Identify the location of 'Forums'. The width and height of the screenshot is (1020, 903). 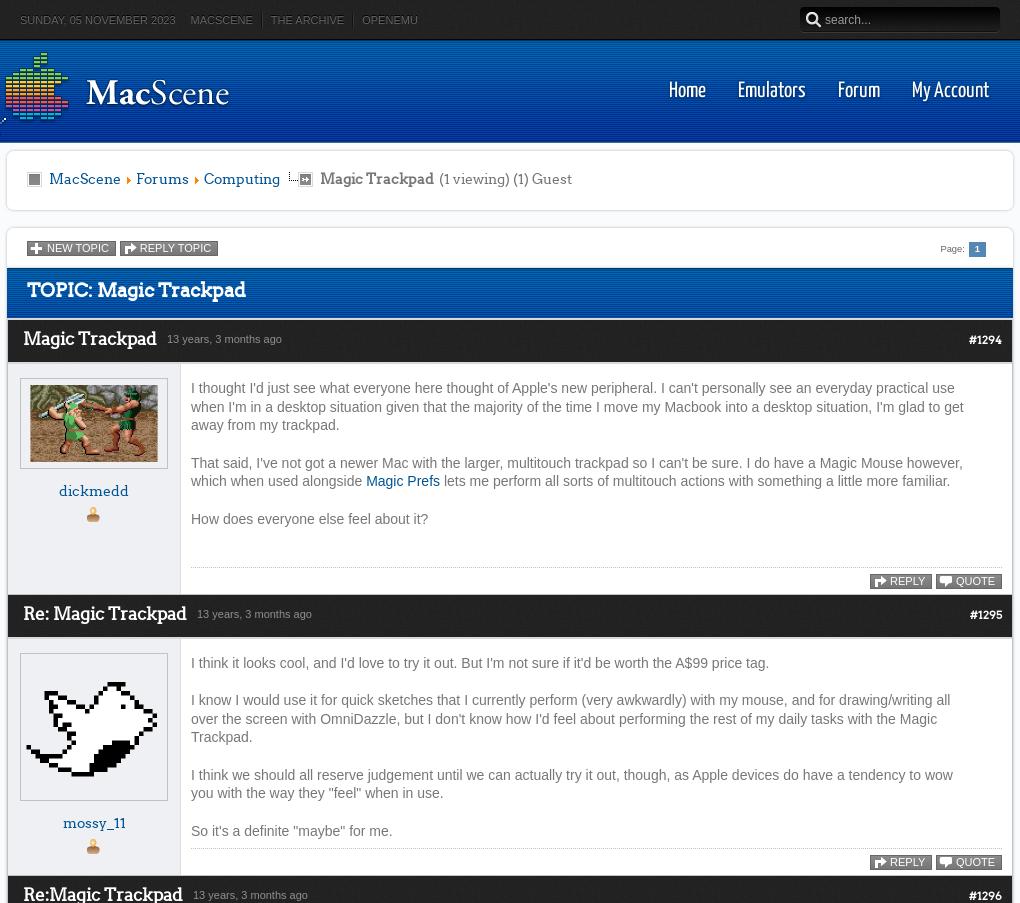
(162, 178).